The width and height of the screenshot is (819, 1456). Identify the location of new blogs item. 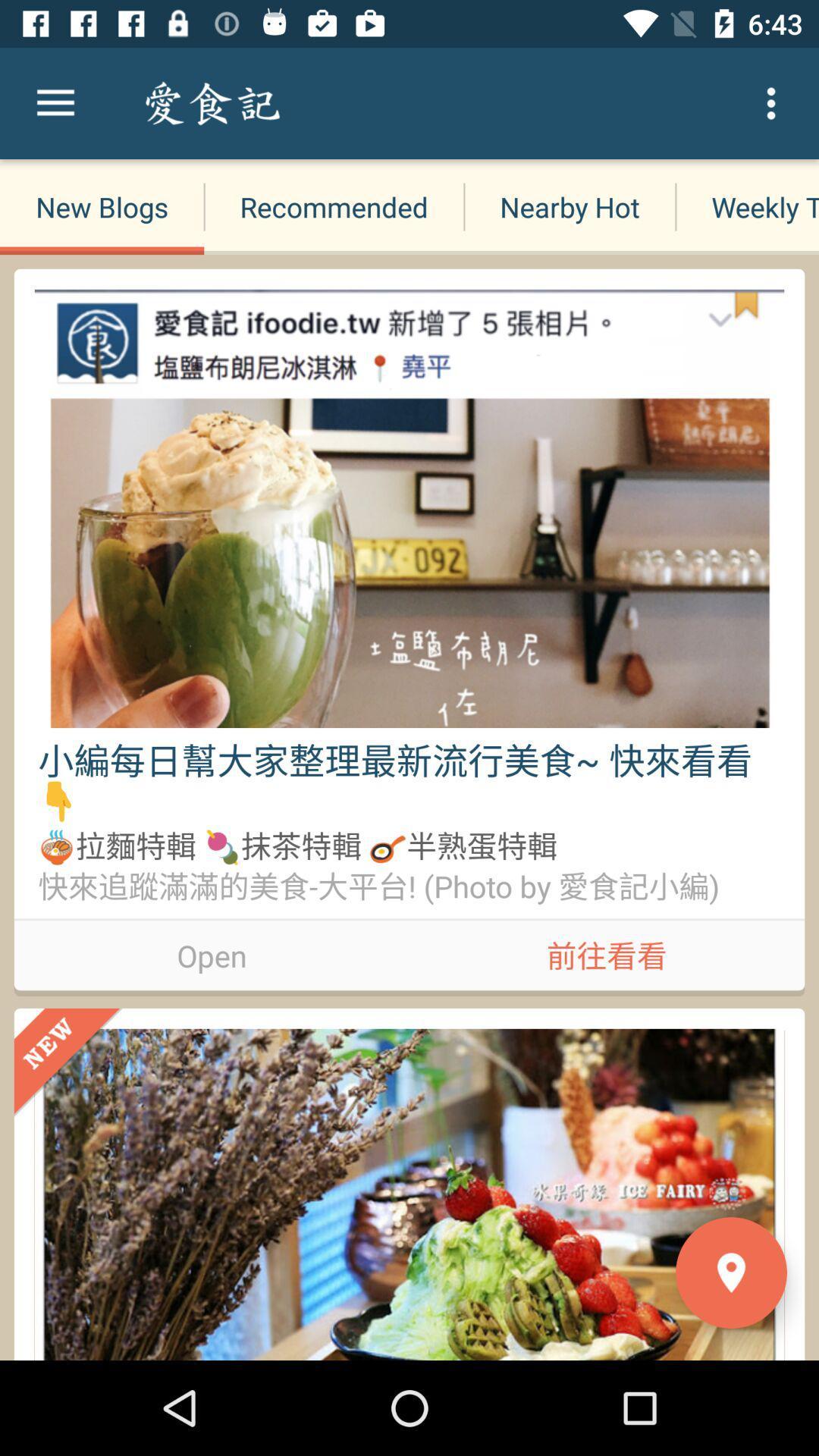
(102, 206).